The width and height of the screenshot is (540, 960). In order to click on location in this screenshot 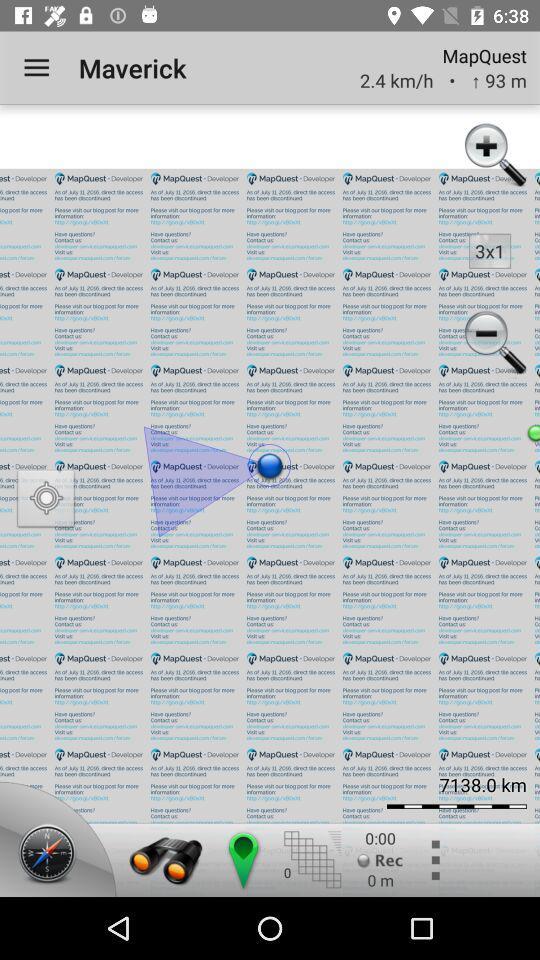, I will do `click(46, 500)`.